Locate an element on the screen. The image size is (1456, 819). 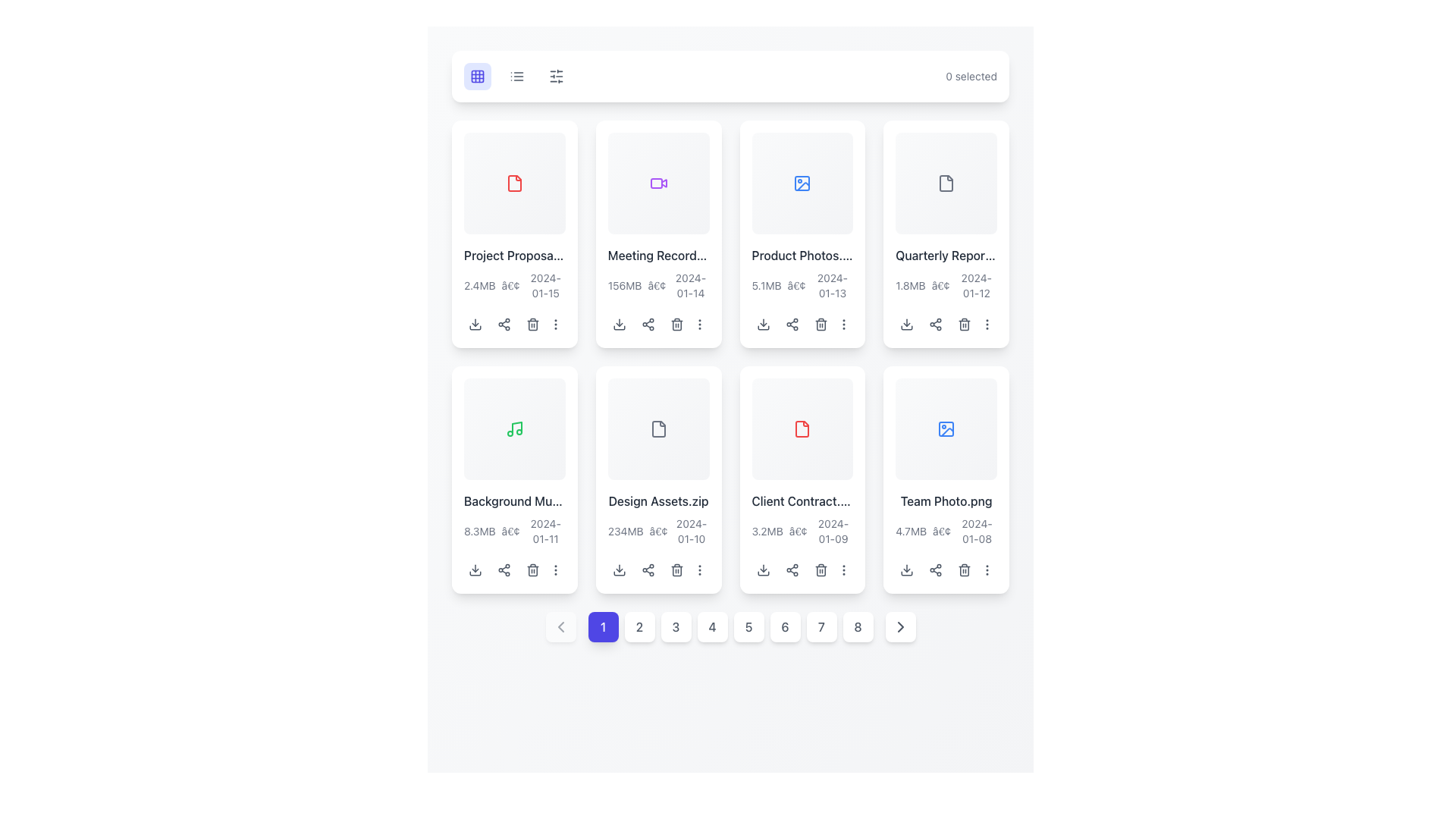
the trash icon button, which is the third interactive option in a row below the 'Team Photo.png' file card is located at coordinates (964, 570).